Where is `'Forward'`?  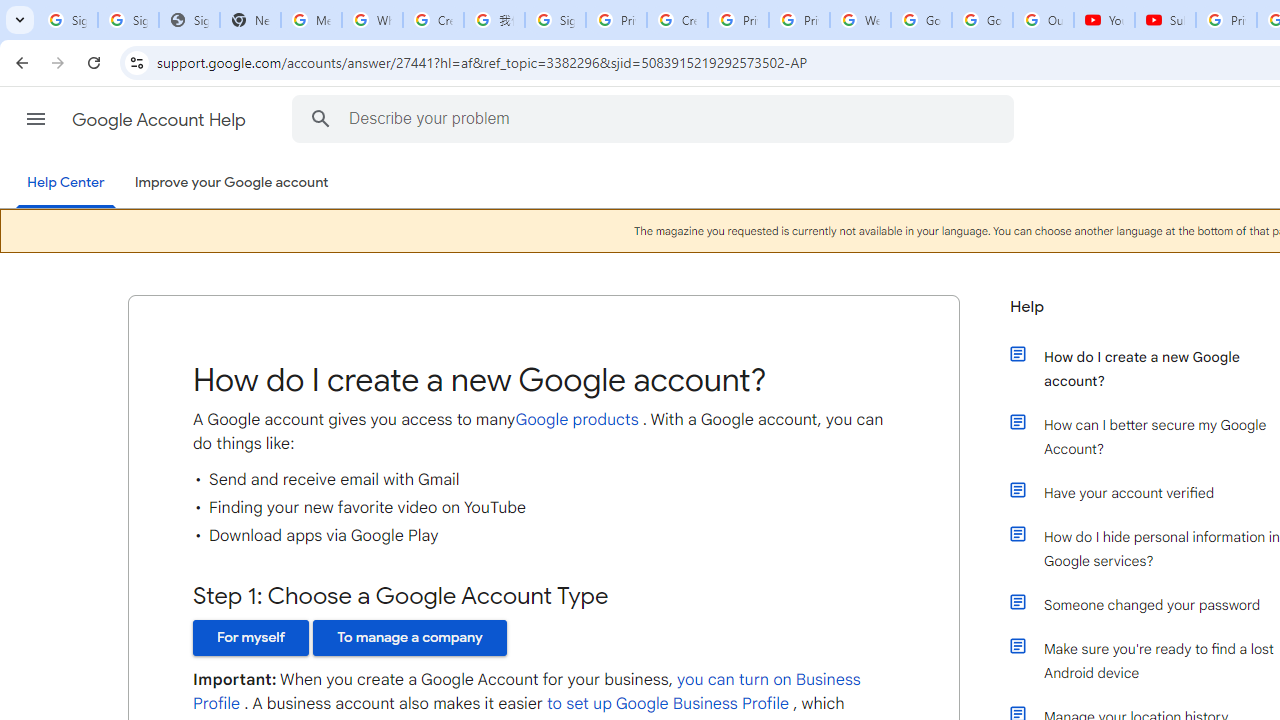 'Forward' is located at coordinates (58, 61).